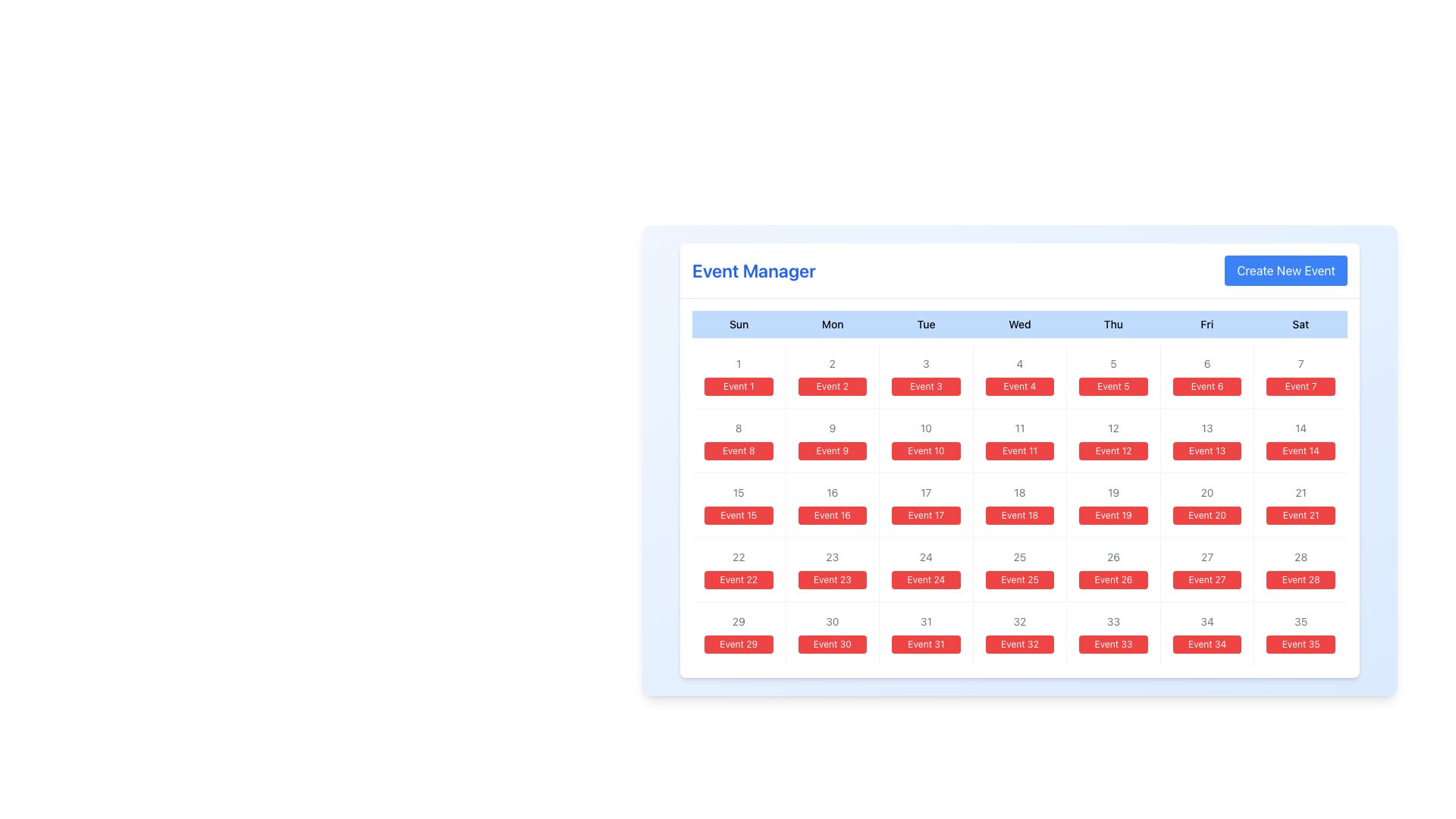 The image size is (1456, 819). I want to click on the Text Label element with a red background and white text that reads 'Event 13', located in the calendar interface under the date number 13, so click(1207, 450).